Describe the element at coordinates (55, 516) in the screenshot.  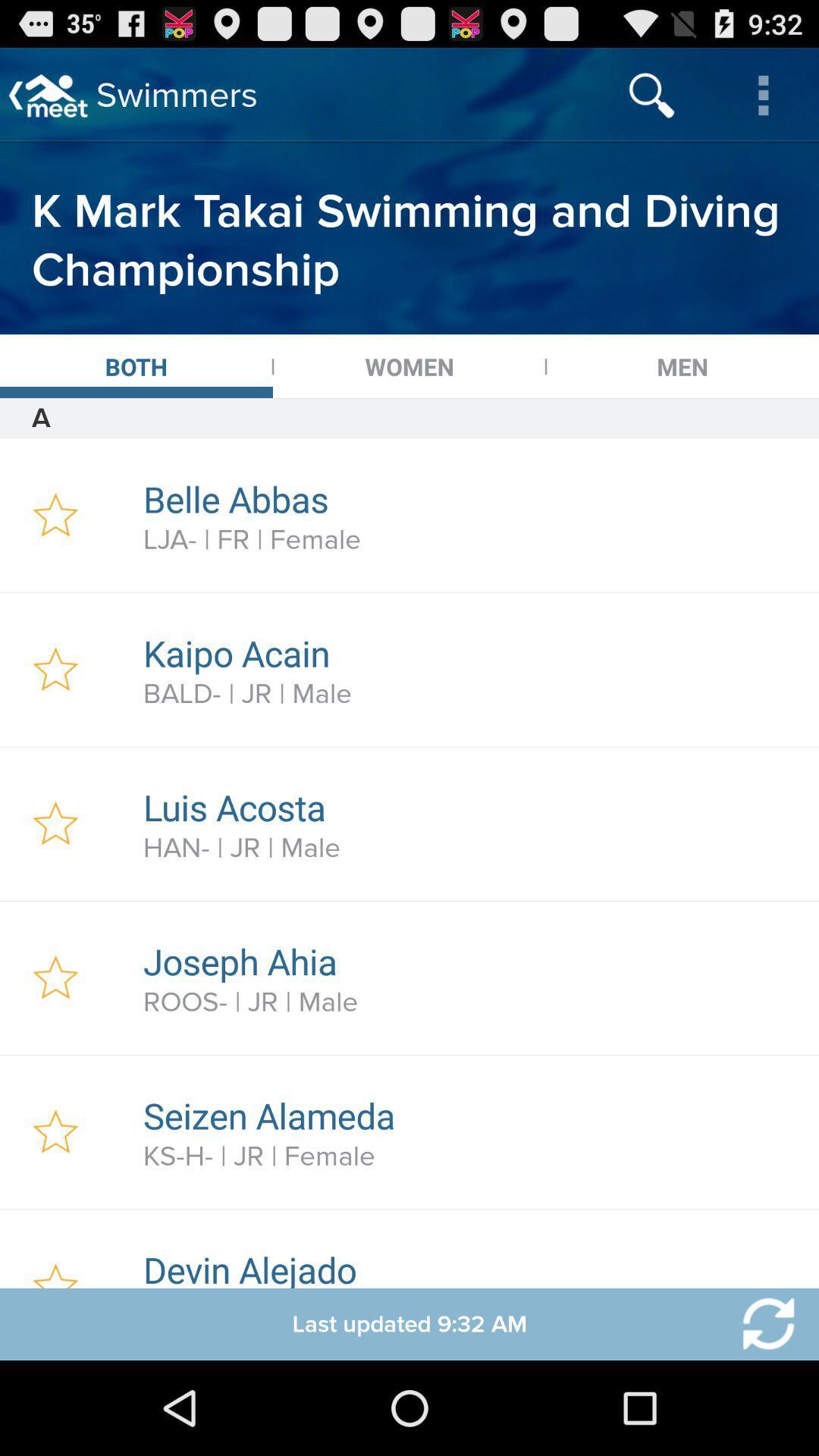
I see `favorite/follow a swimmer` at that location.